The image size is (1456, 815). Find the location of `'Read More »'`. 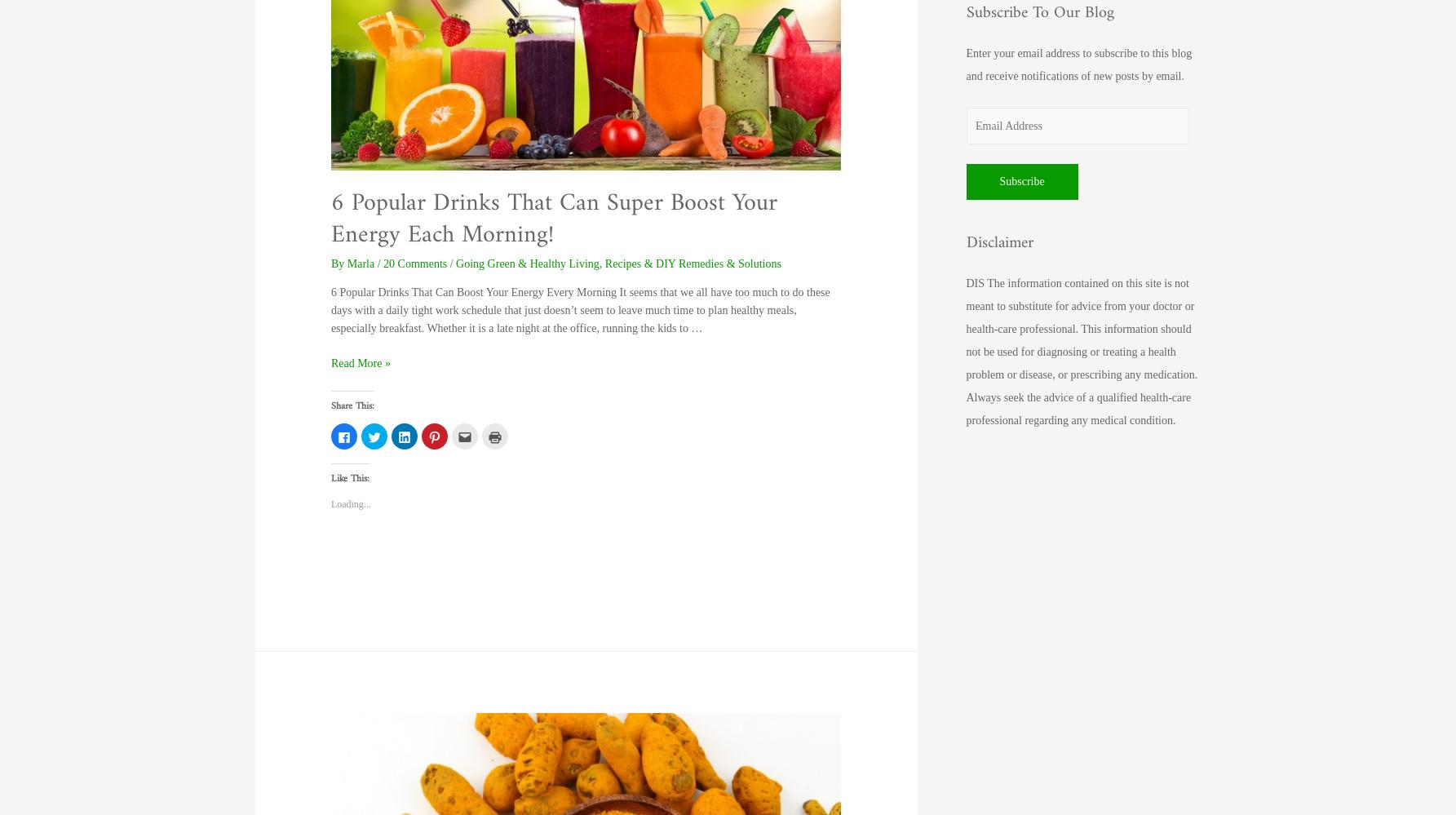

'Read More »' is located at coordinates (359, 363).